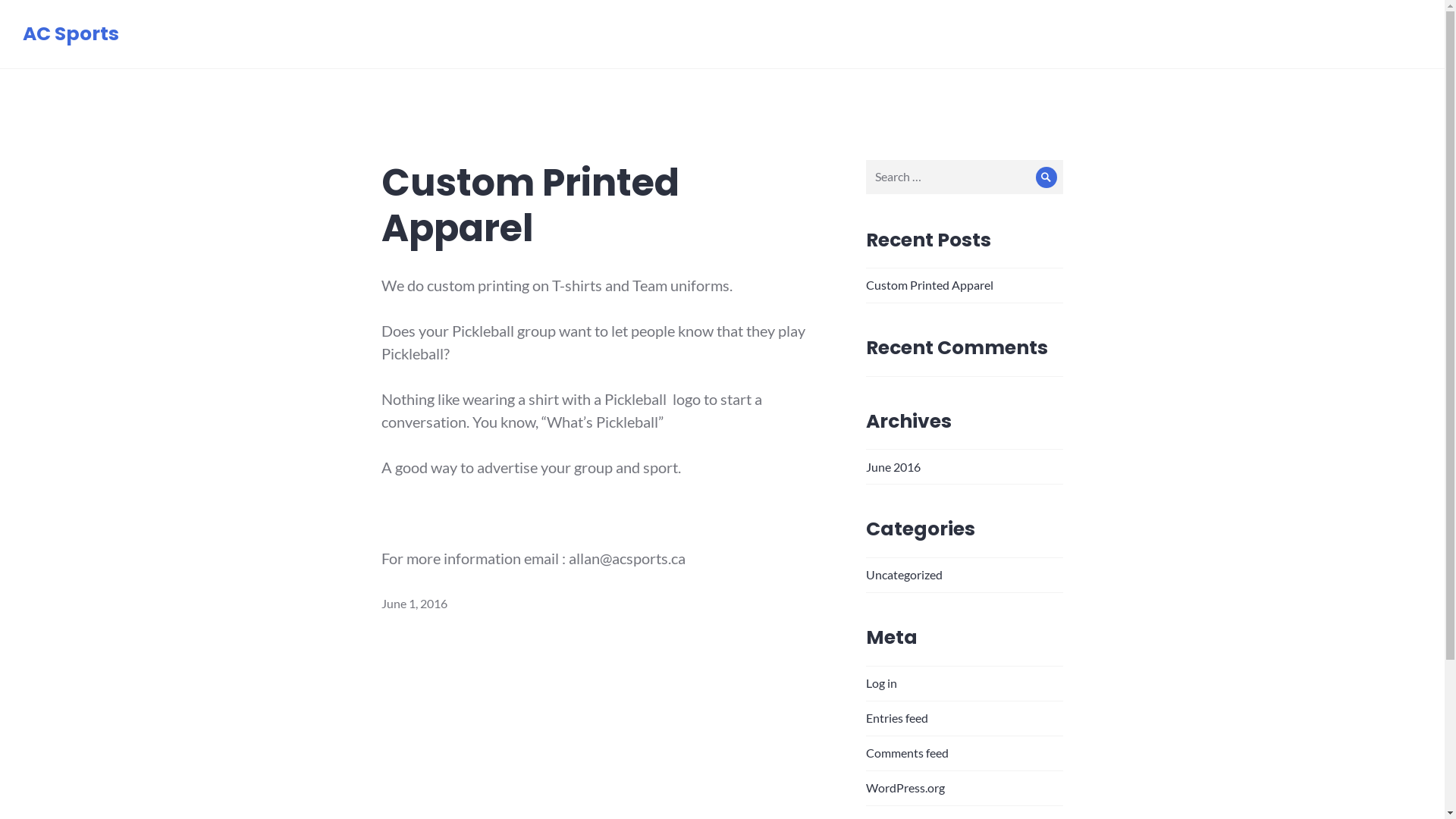 This screenshot has width=1456, height=819. What do you see at coordinates (928, 284) in the screenshot?
I see `'Custom Printed Apparel'` at bounding box center [928, 284].